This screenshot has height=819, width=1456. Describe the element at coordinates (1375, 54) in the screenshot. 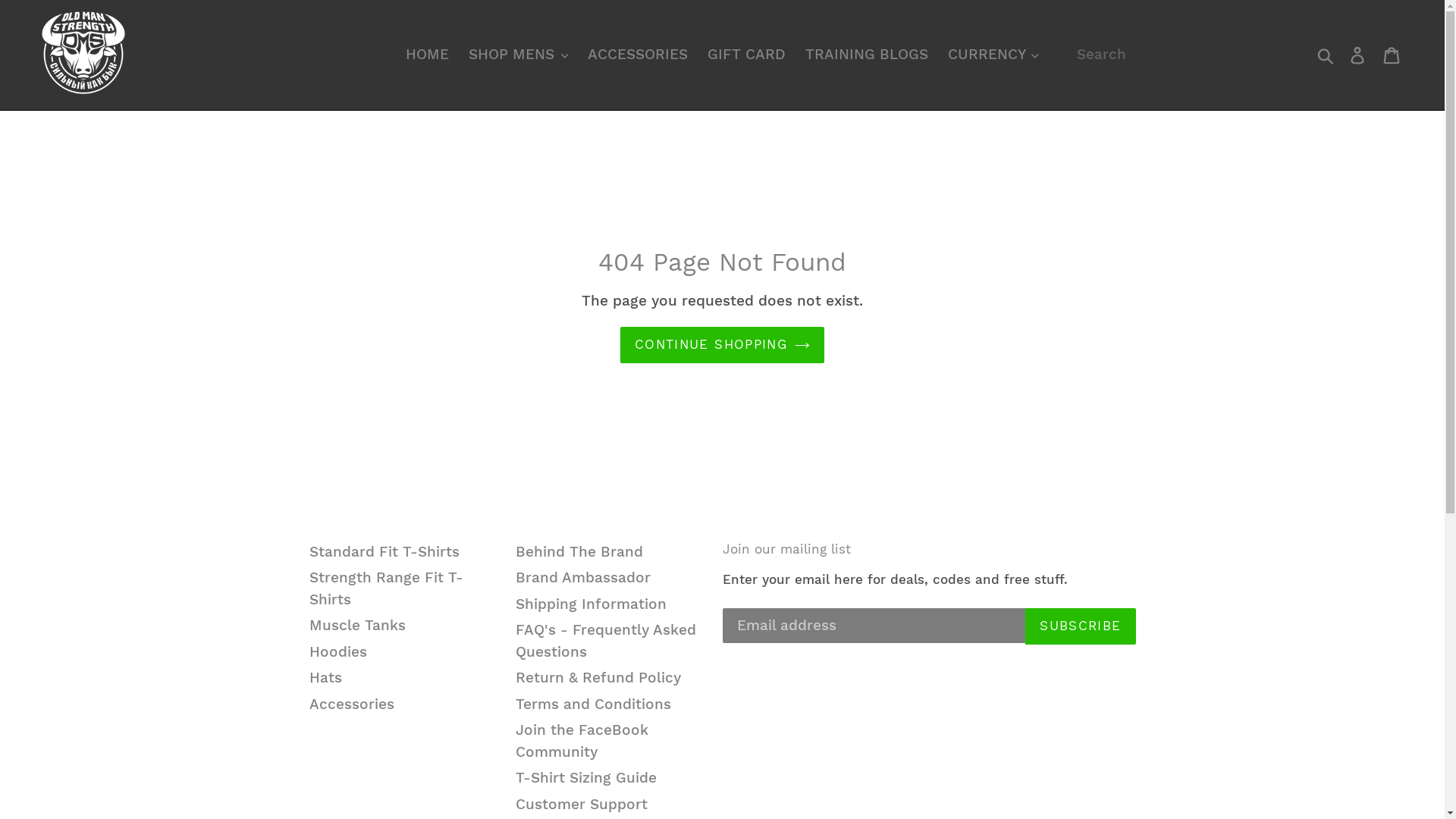

I see `'Cart'` at that location.